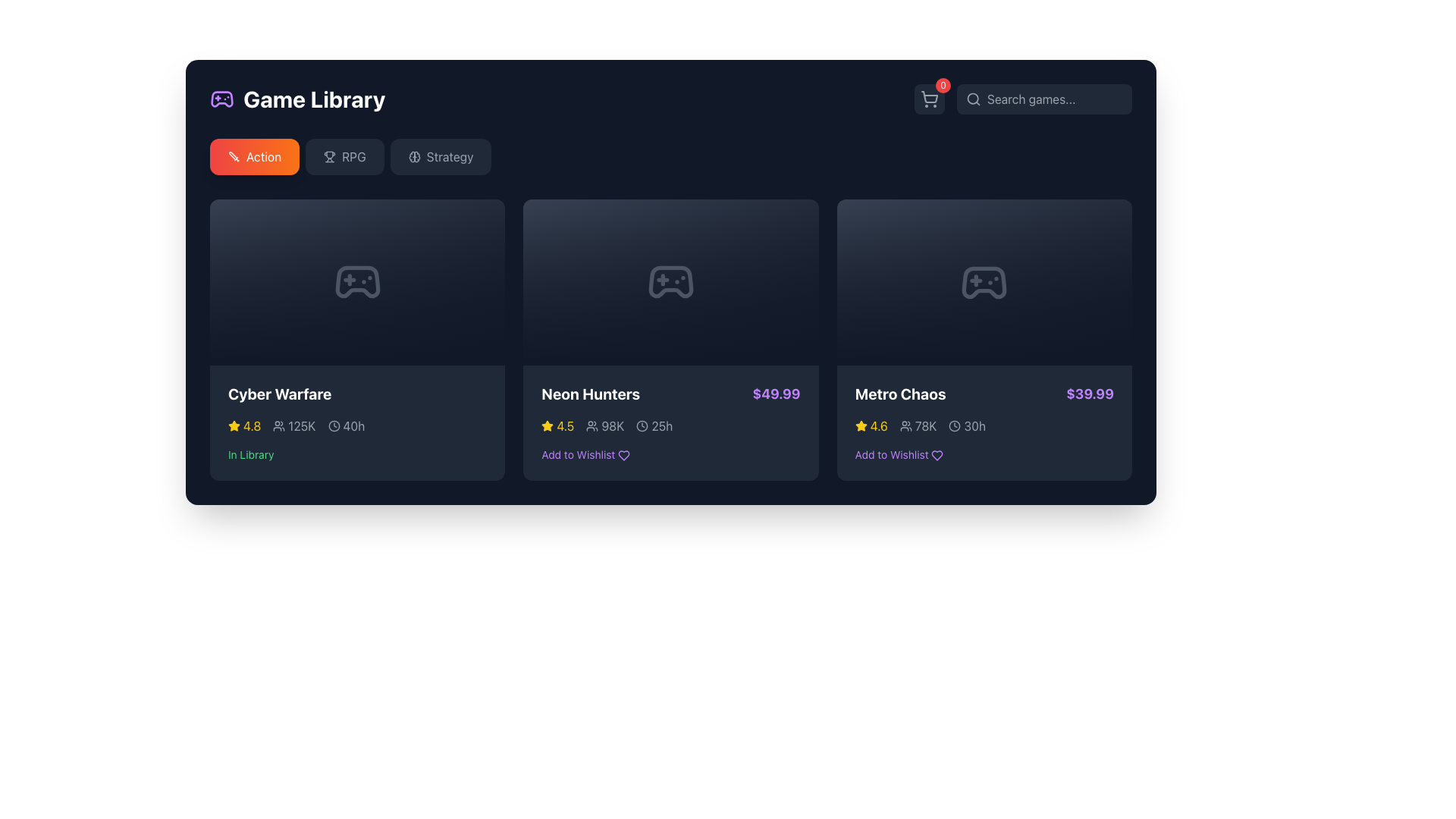 The width and height of the screenshot is (1456, 819). What do you see at coordinates (345, 426) in the screenshot?
I see `the text label indicating the estimated playtime of '40h' for the game 'Cyber Warfare', which is located next to a clock icon` at bounding box center [345, 426].